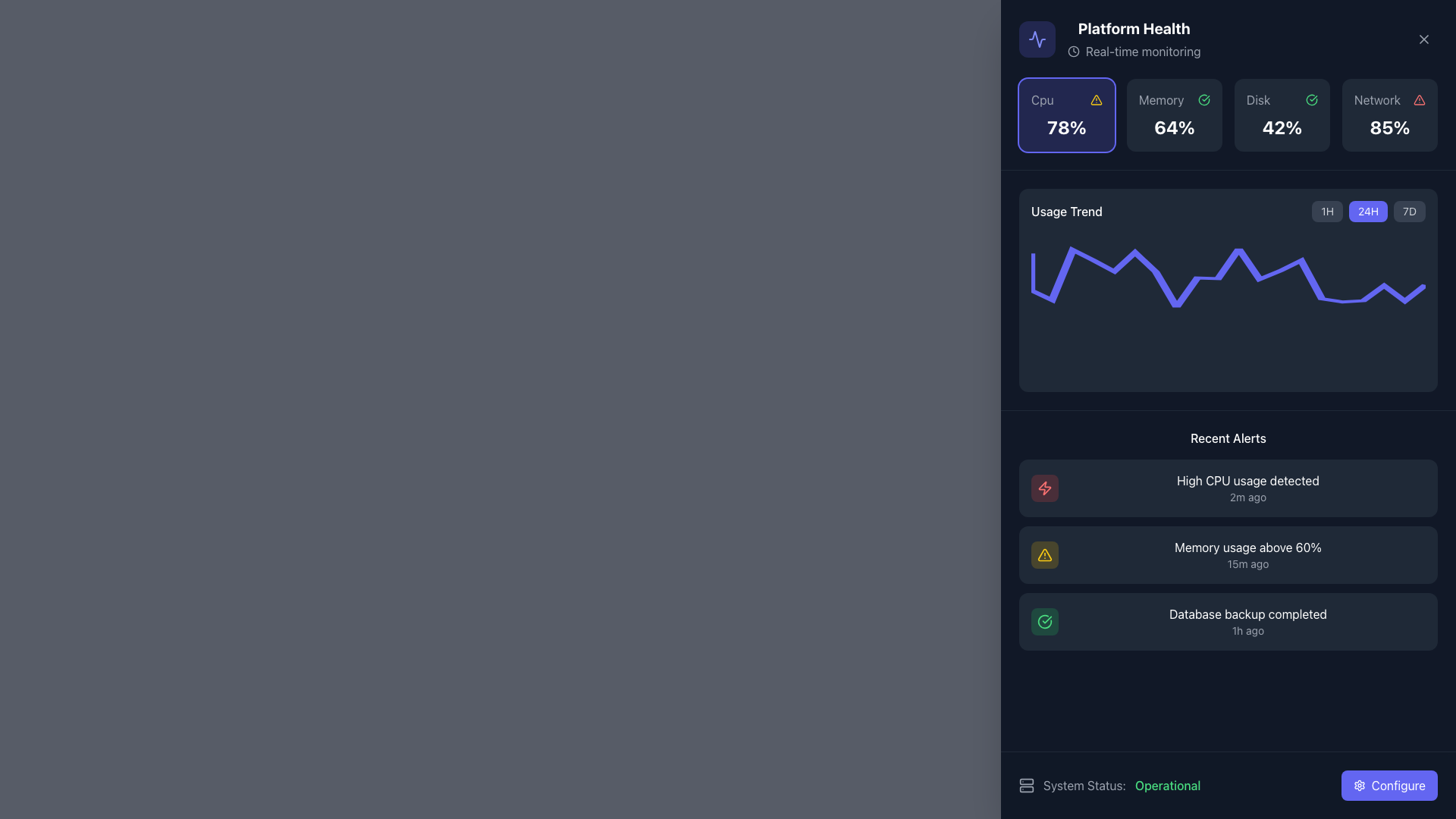 Image resolution: width=1456 pixels, height=819 pixels. What do you see at coordinates (1160, 99) in the screenshot?
I see `the 'Memory' label, which is a light gray text label located under the 'Platform Health' heading, in the second segment of the usage indicators` at bounding box center [1160, 99].